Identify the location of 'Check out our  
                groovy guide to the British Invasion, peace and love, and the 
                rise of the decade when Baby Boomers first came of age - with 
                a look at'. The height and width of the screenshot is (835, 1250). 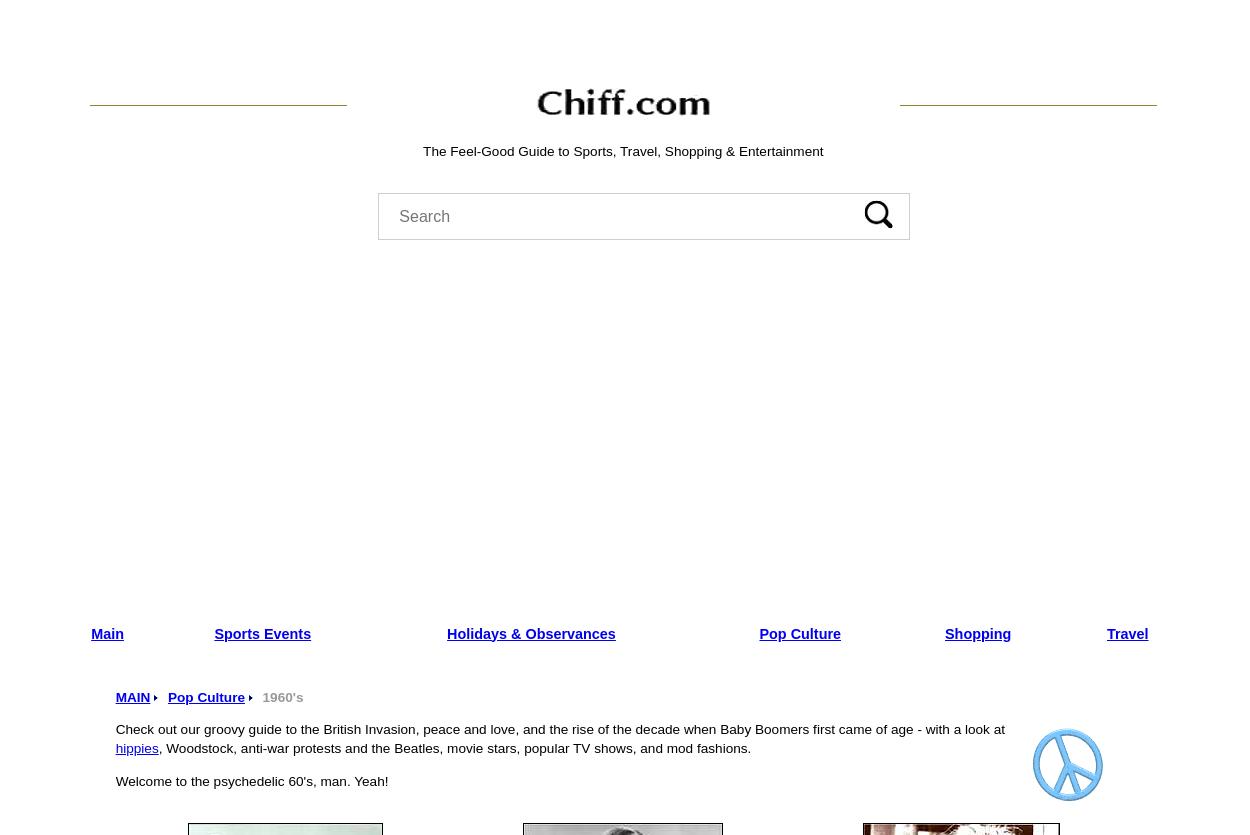
(560, 729).